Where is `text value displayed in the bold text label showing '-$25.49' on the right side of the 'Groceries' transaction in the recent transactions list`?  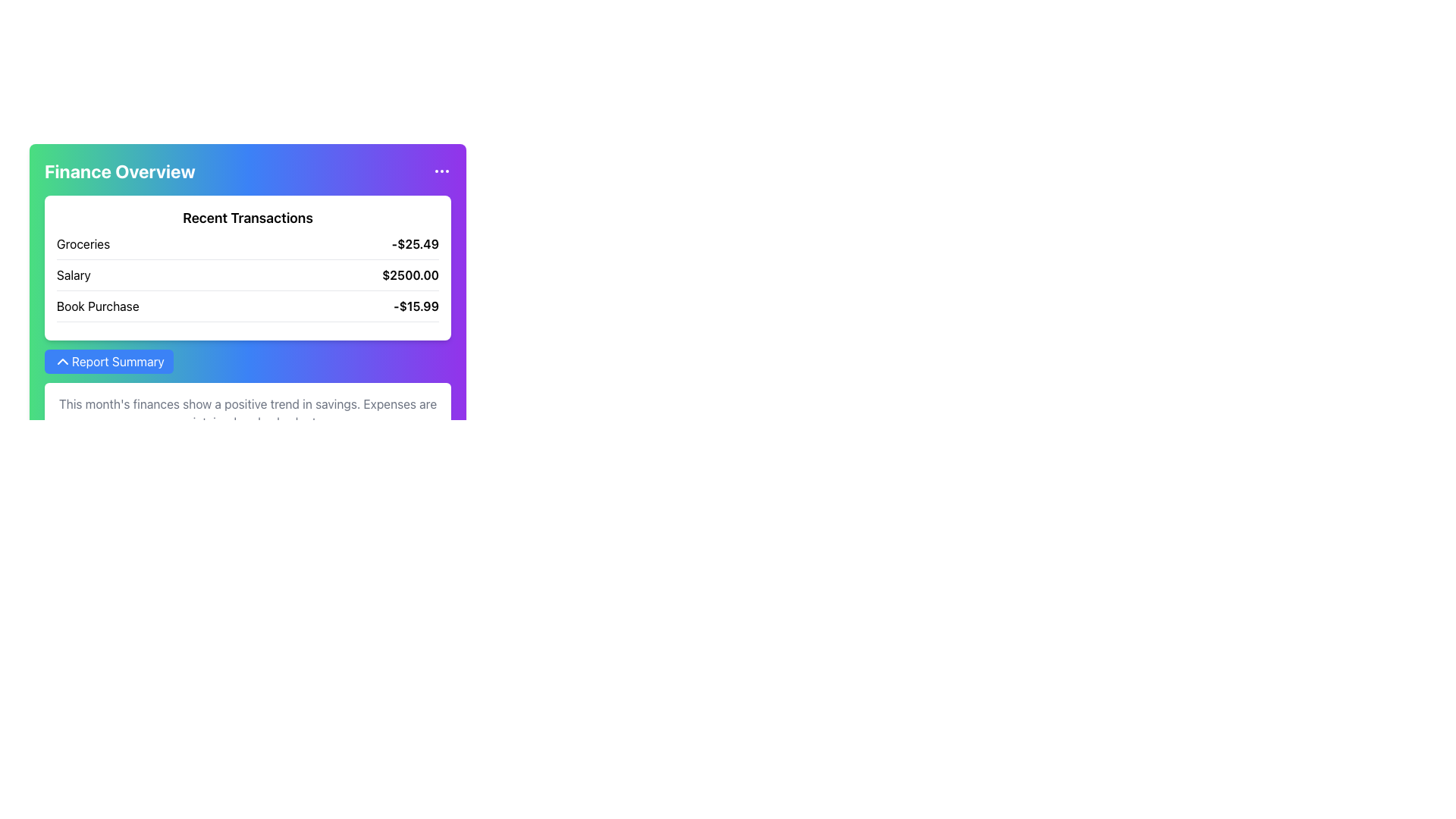 text value displayed in the bold text label showing '-$25.49' on the right side of the 'Groceries' transaction in the recent transactions list is located at coordinates (415, 243).